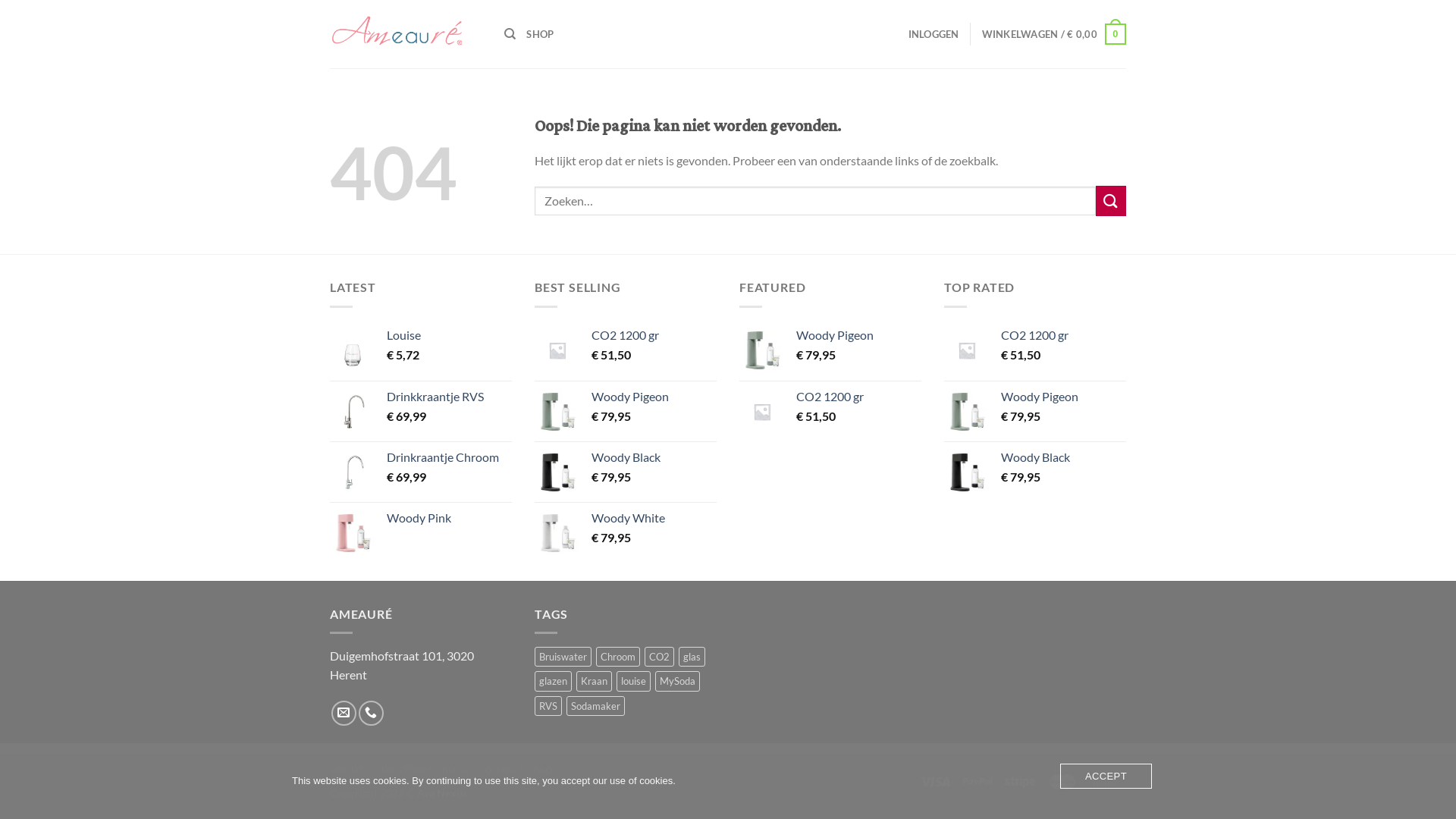  Describe the element at coordinates (539, 34) in the screenshot. I see `'SHOP'` at that location.